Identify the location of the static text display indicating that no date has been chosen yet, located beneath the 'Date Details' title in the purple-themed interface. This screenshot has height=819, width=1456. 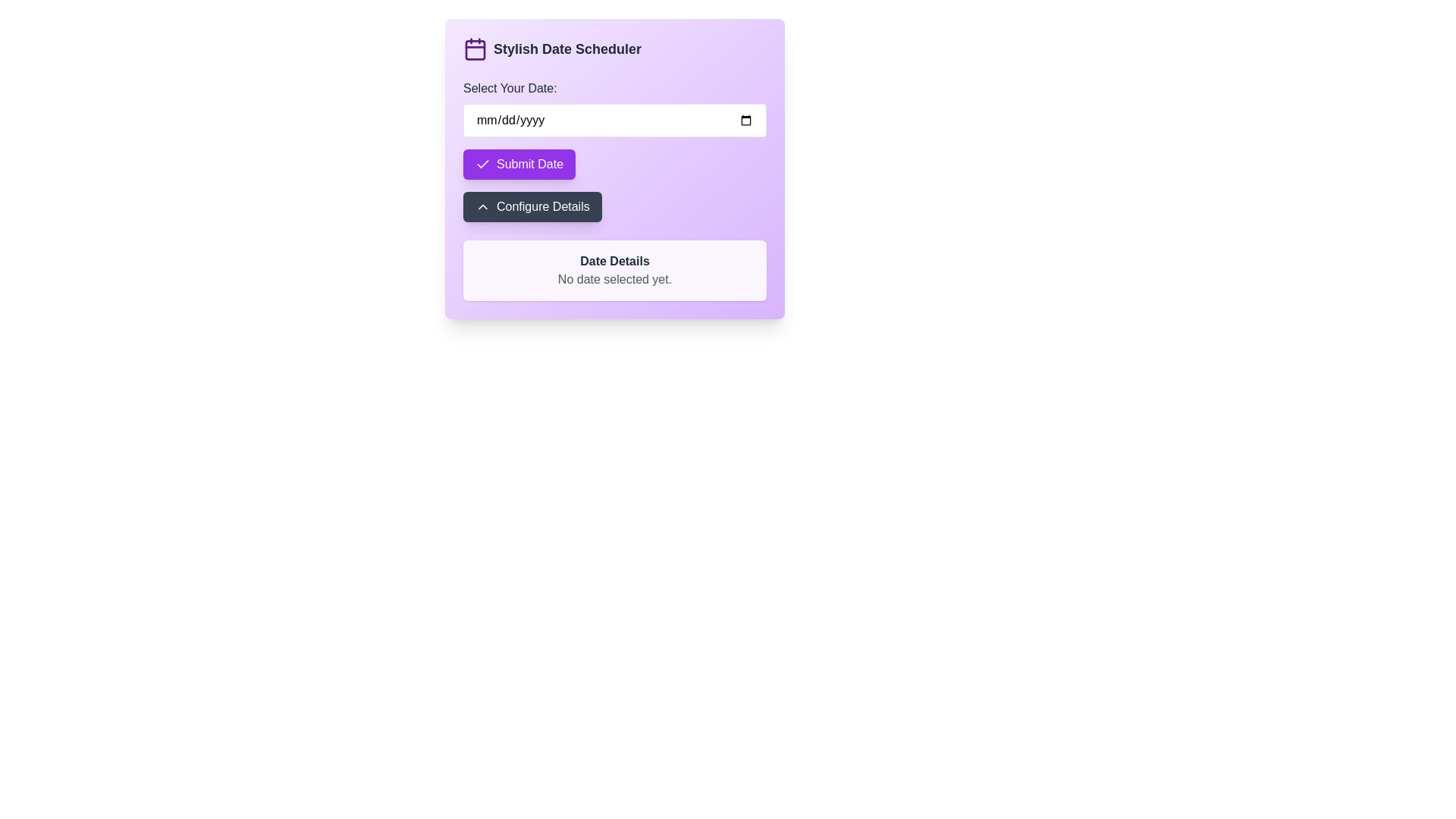
(615, 280).